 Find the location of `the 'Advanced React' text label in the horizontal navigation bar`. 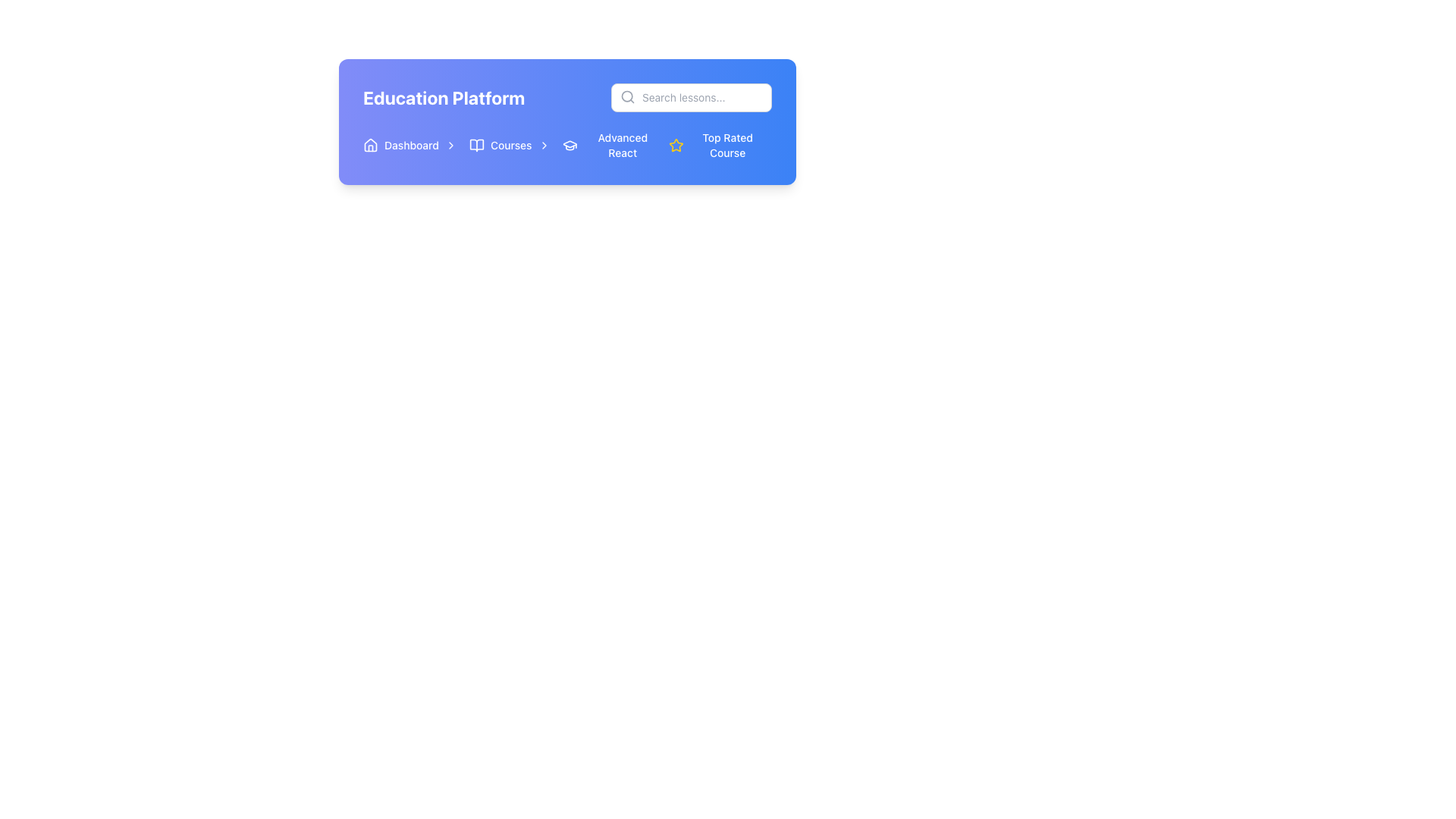

the 'Advanced React' text label in the horizontal navigation bar is located at coordinates (623, 146).